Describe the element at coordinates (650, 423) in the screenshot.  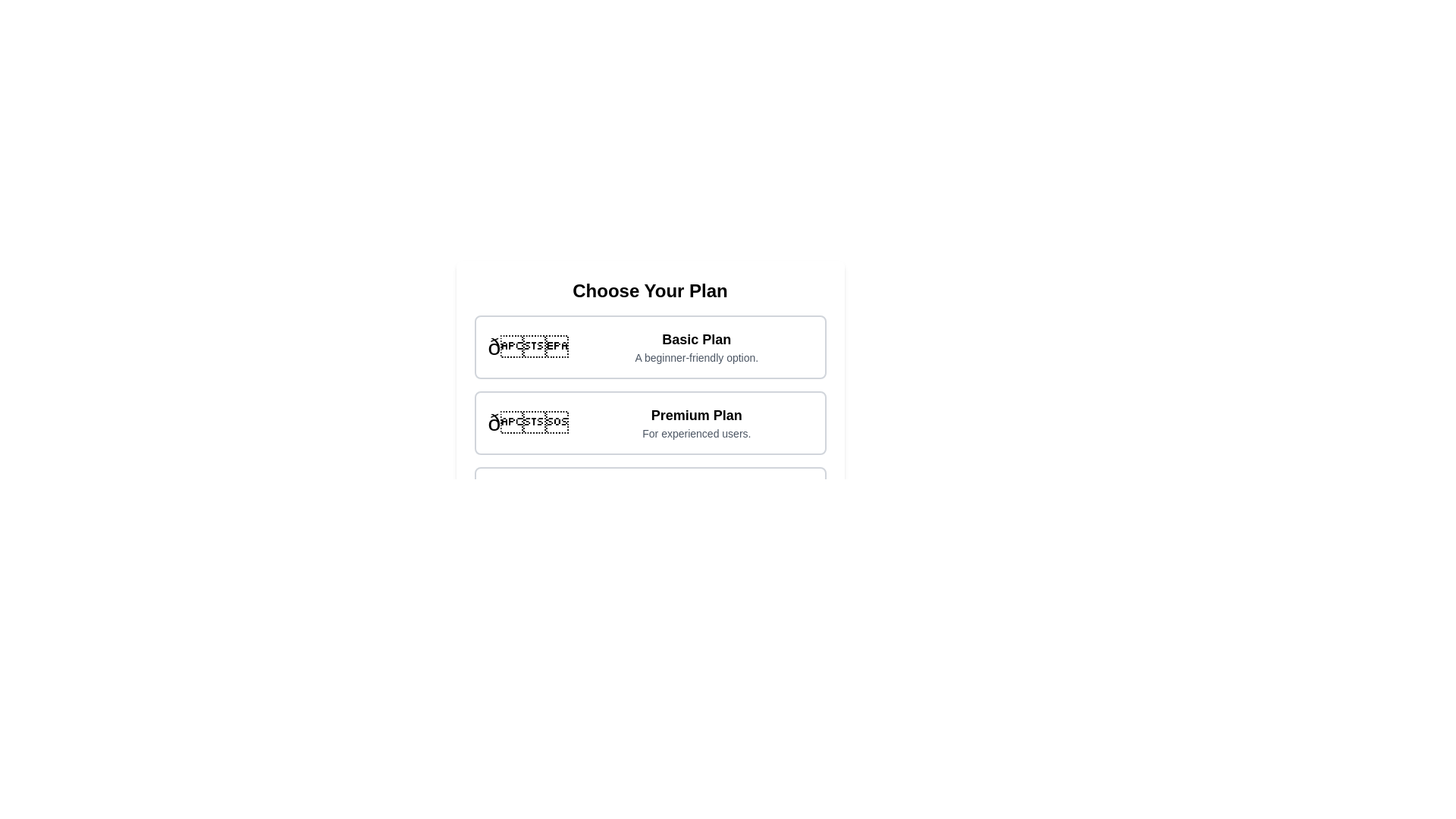
I see `to select the 'Premium Plan' option from the selectable list item located in the 'Choose Your Plan' section, which is the second option in the vertical list` at that location.